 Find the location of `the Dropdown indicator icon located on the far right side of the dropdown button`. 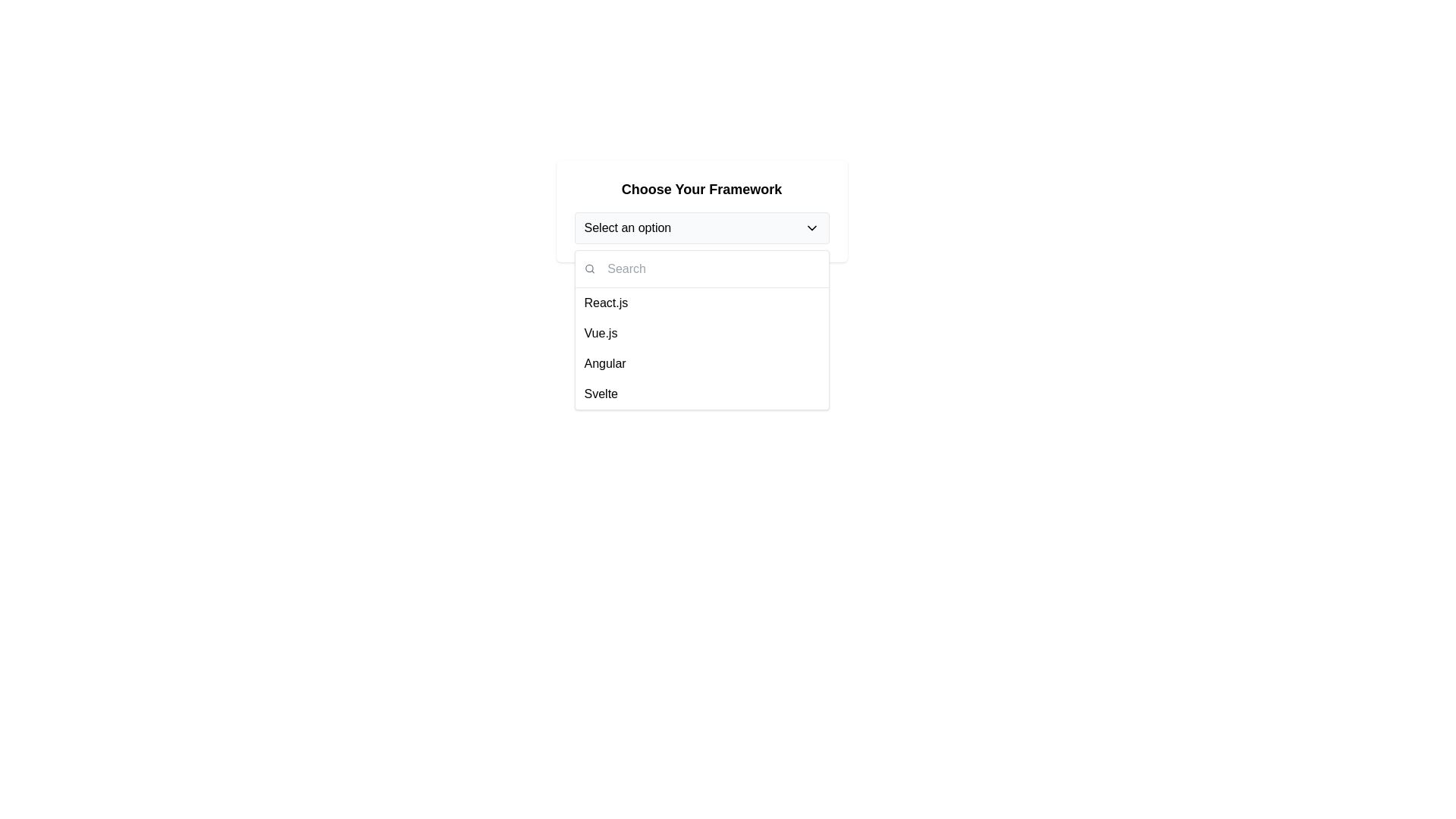

the Dropdown indicator icon located on the far right side of the dropdown button is located at coordinates (811, 227).